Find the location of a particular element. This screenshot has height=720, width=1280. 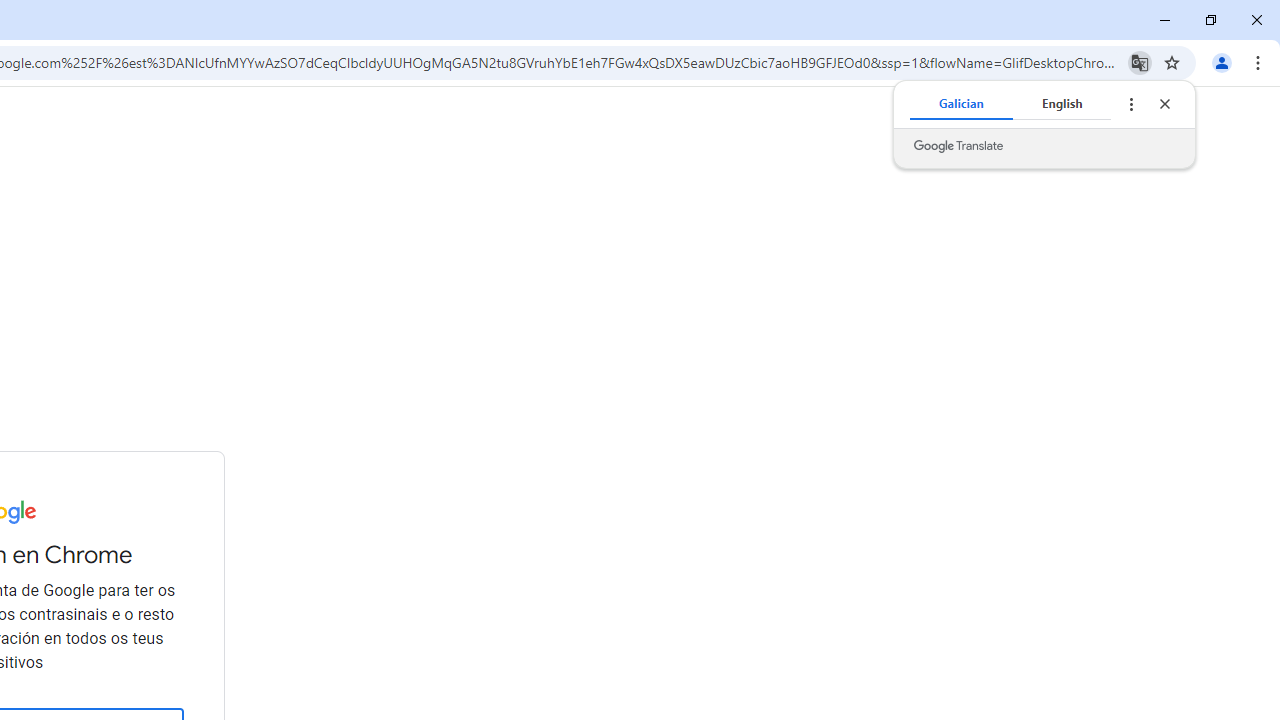

'Translate options' is located at coordinates (1130, 104).